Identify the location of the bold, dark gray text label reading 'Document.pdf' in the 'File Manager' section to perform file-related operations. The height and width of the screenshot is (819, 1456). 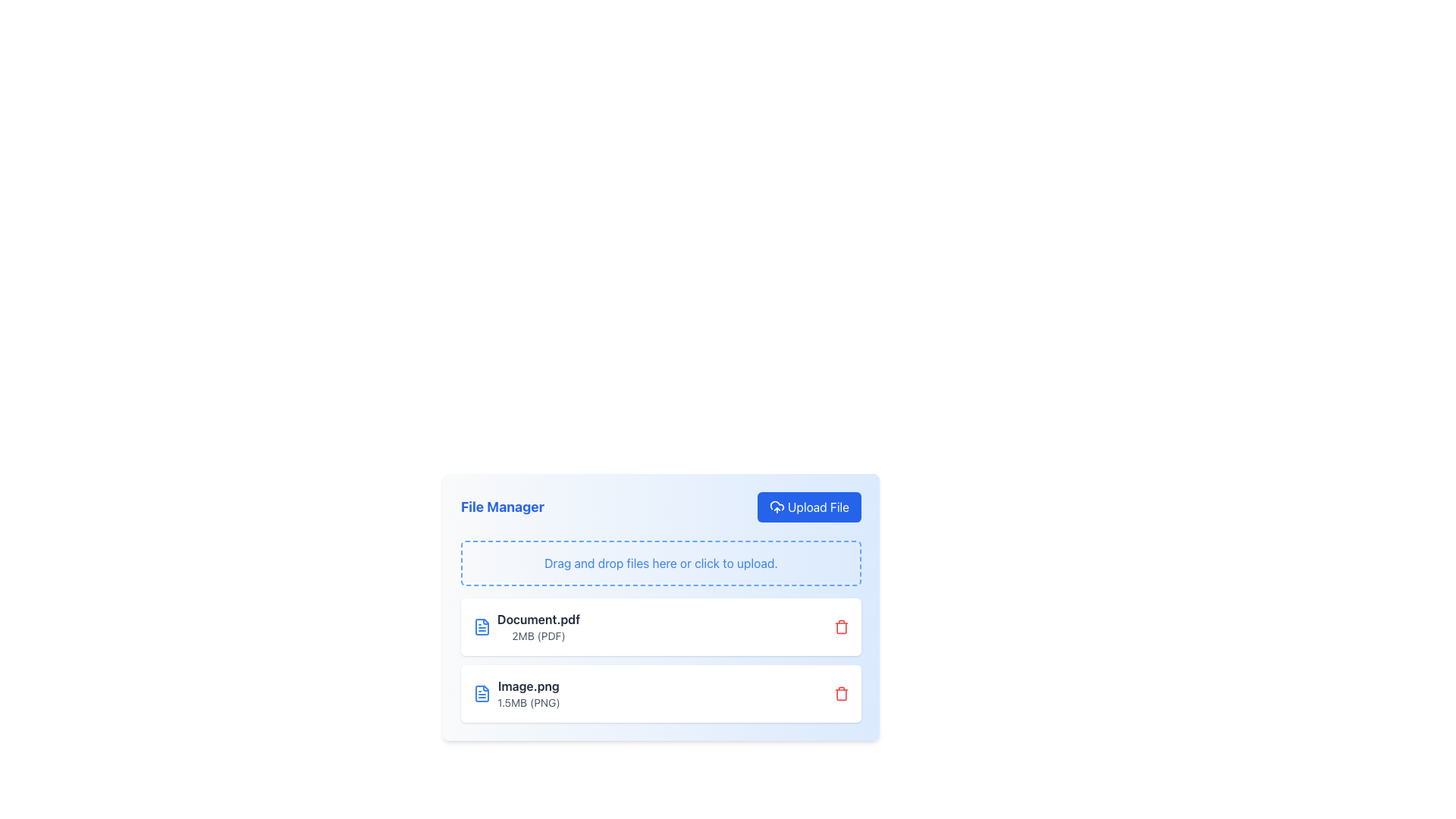
(538, 620).